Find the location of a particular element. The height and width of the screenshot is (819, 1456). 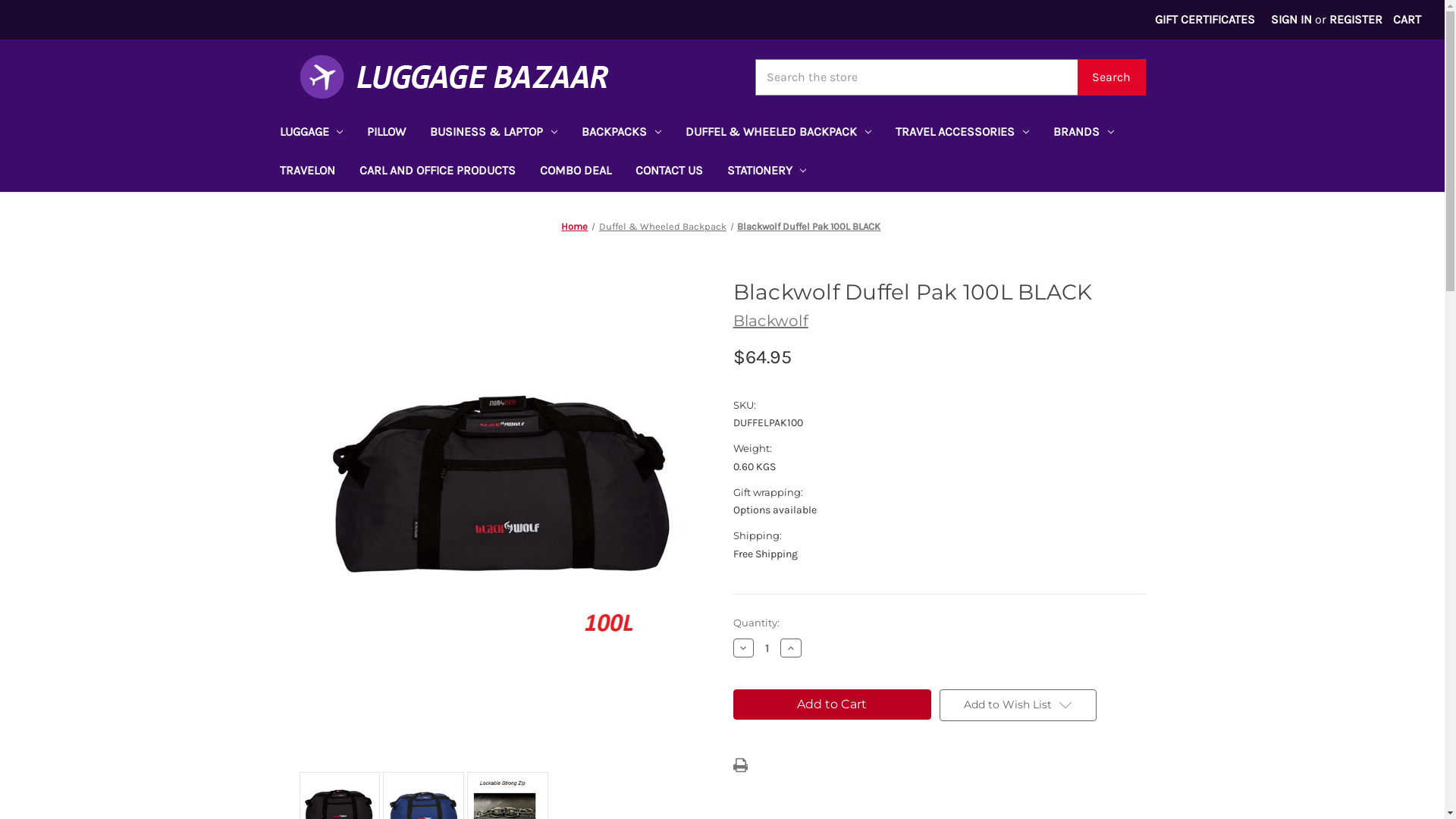

'DUFFEL & WHEELED BACKPACK' is located at coordinates (673, 133).